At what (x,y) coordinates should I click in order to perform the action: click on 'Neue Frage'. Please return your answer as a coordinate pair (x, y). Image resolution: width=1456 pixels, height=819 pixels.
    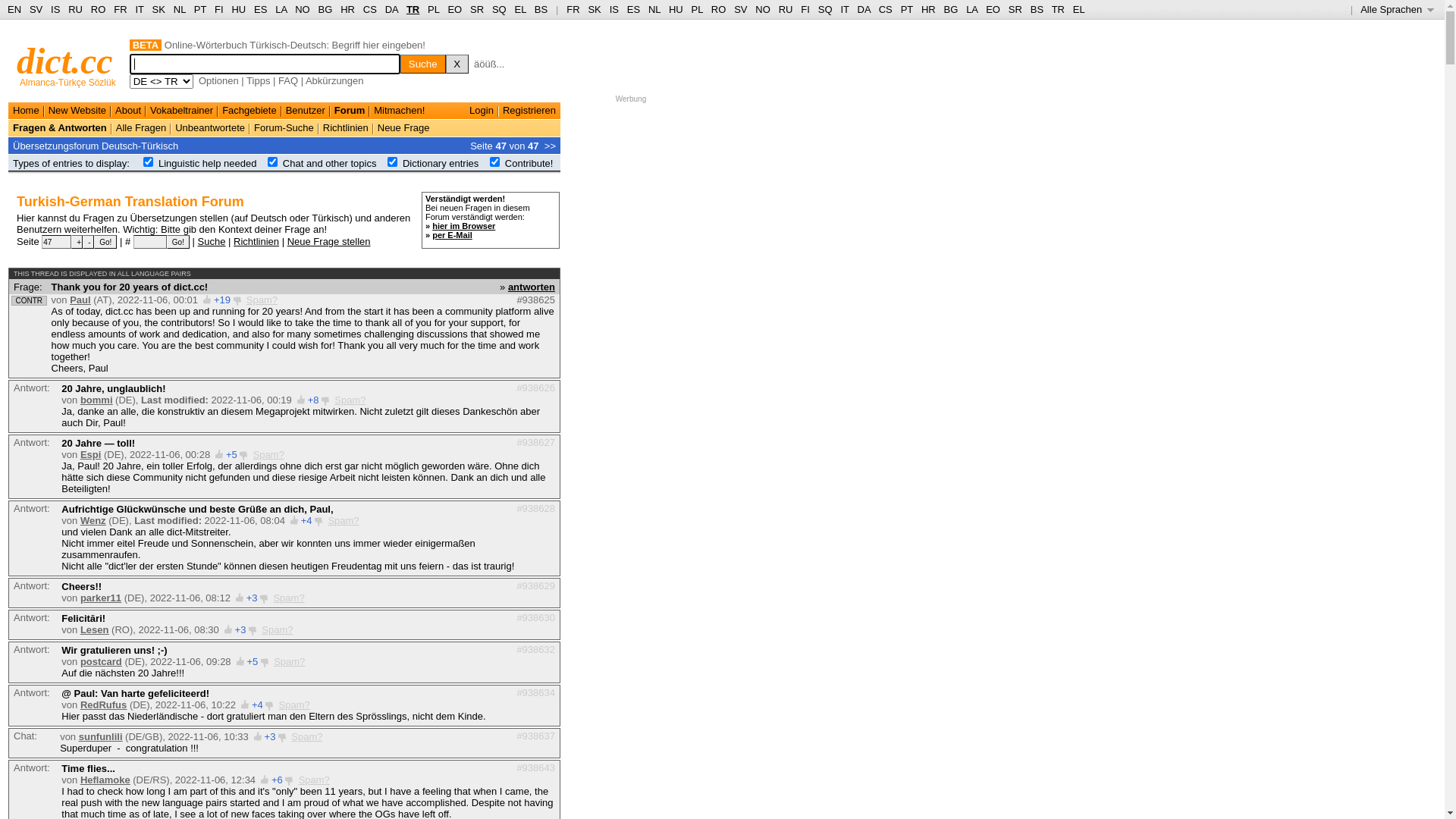
    Looking at the image, I should click on (403, 127).